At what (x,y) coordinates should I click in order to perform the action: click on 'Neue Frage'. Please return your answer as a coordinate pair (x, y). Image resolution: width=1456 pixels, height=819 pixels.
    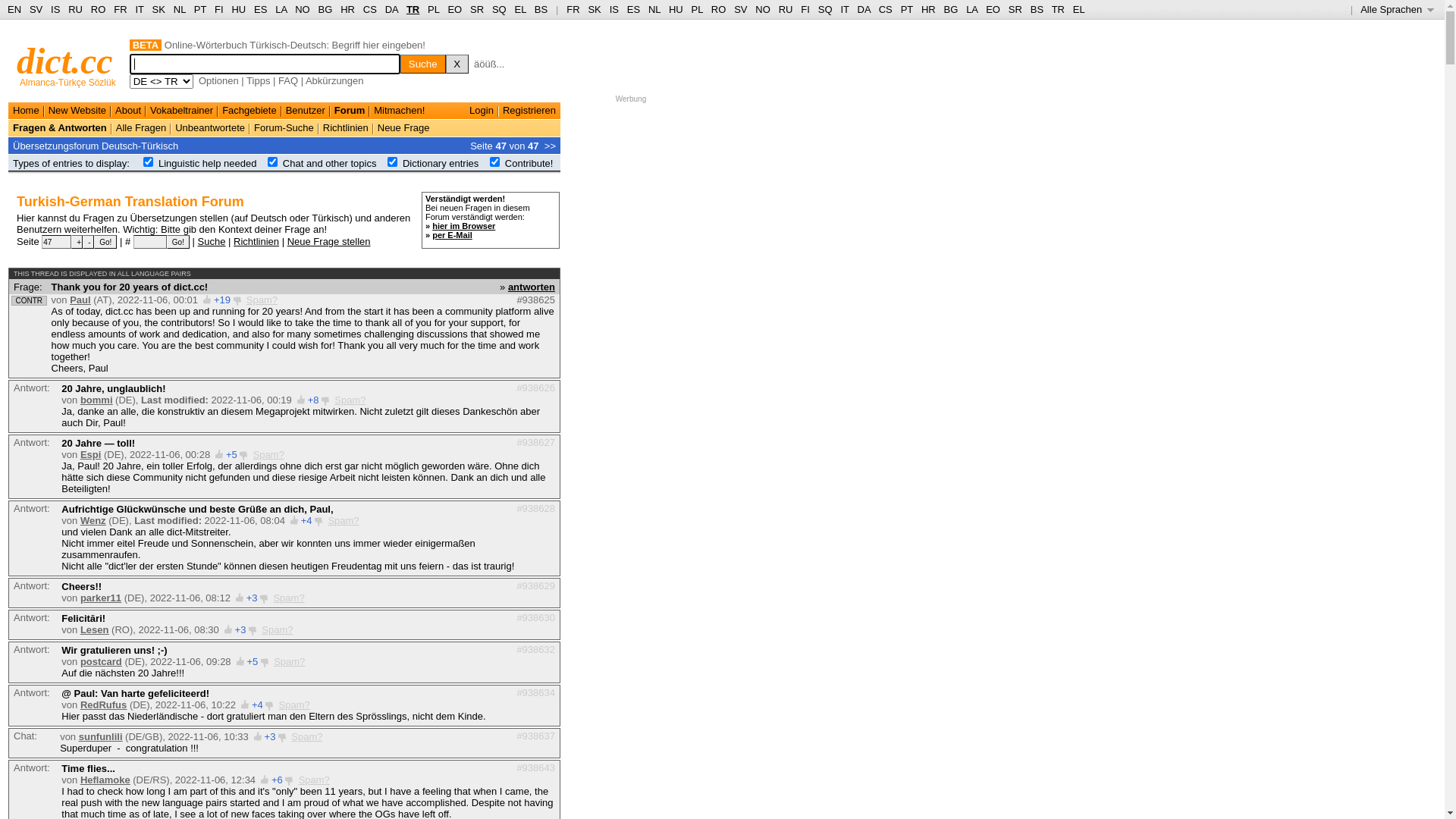
    Looking at the image, I should click on (403, 127).